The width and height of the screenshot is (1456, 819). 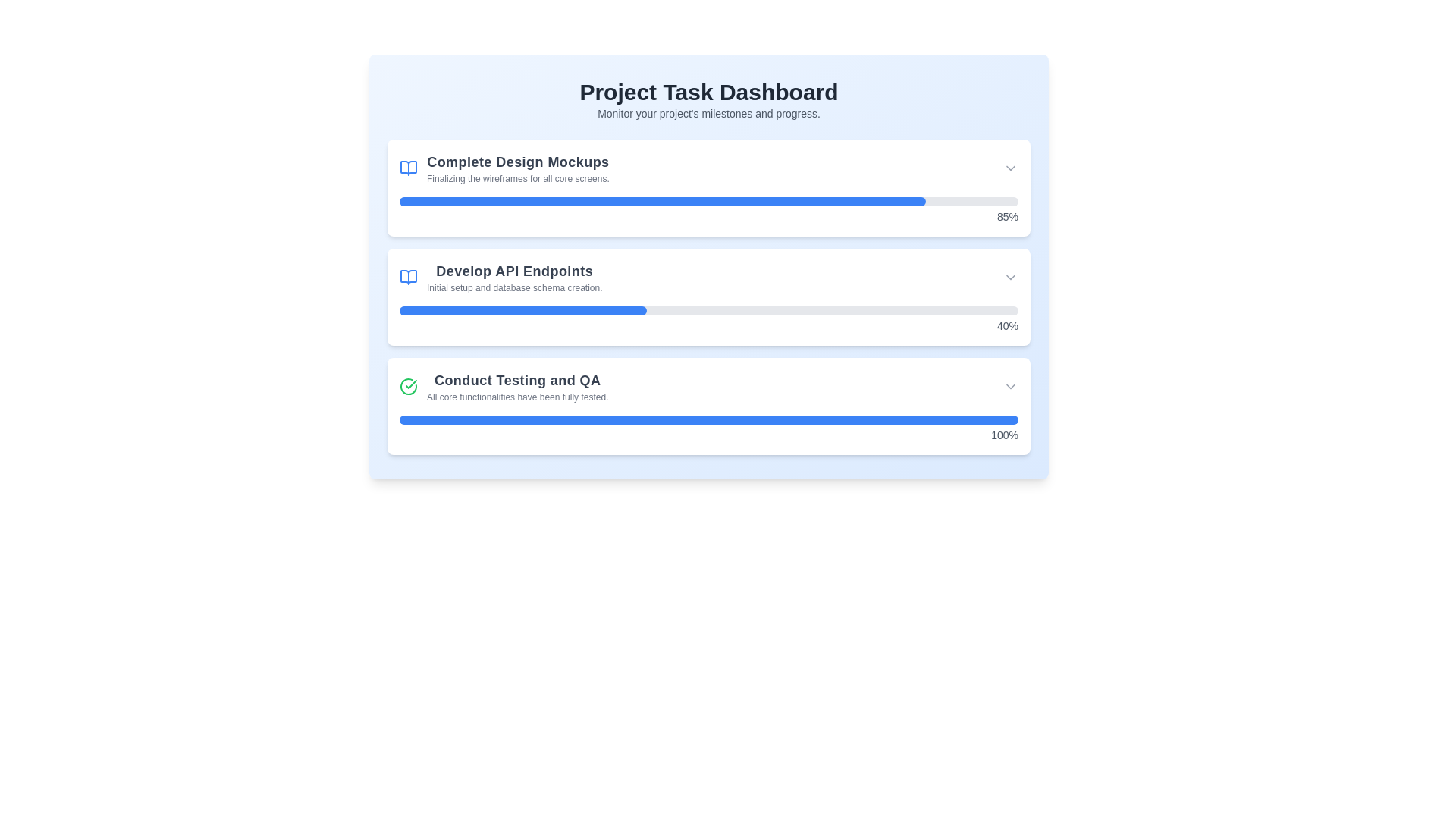 What do you see at coordinates (708, 318) in the screenshot?
I see `text displayed in the percentage indicator showing '40%' located at the right end of the progress bar in the 'Develop API Endpoints' task box` at bounding box center [708, 318].